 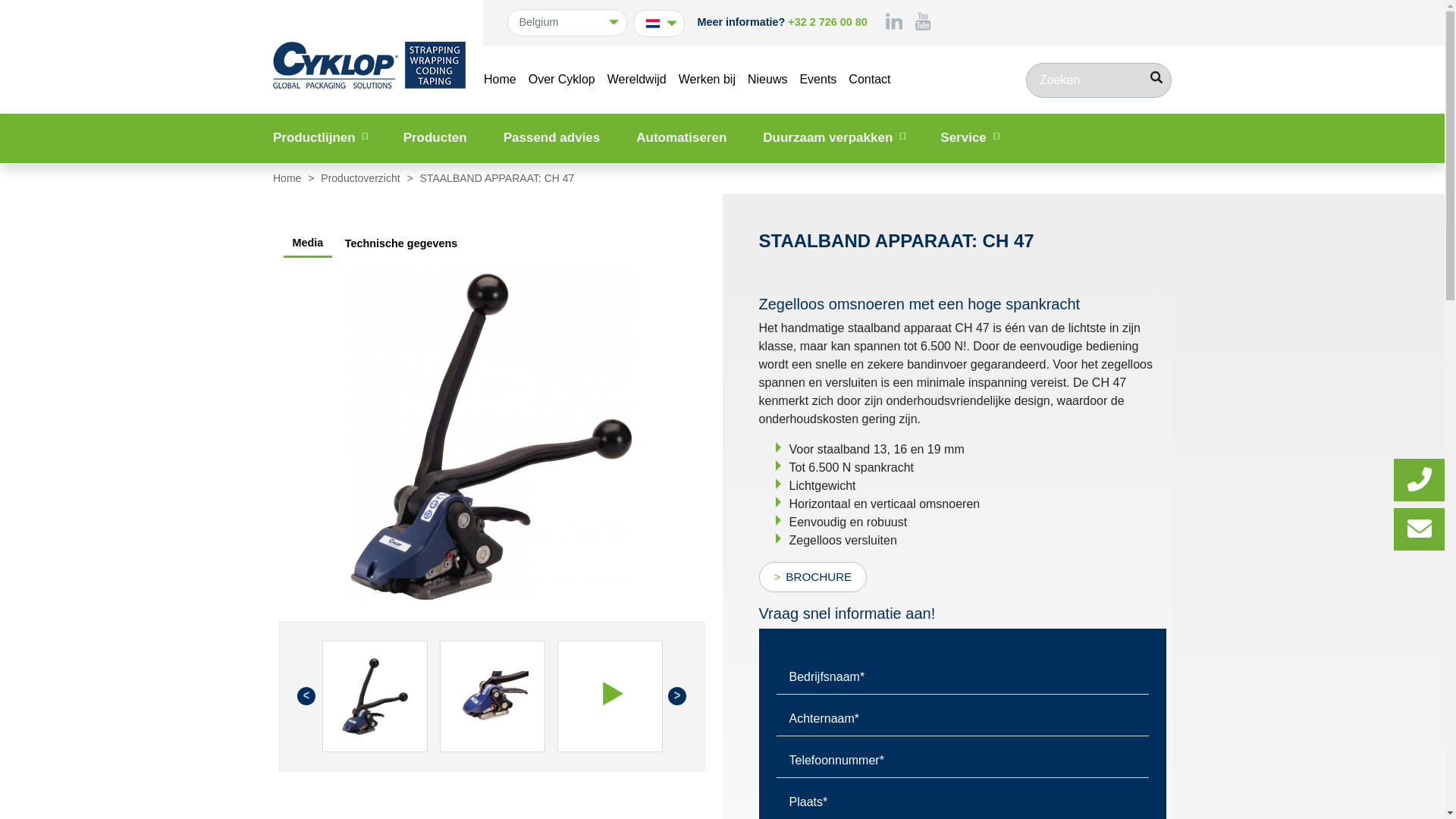 I want to click on 'Productlijnen', so click(x=319, y=137).